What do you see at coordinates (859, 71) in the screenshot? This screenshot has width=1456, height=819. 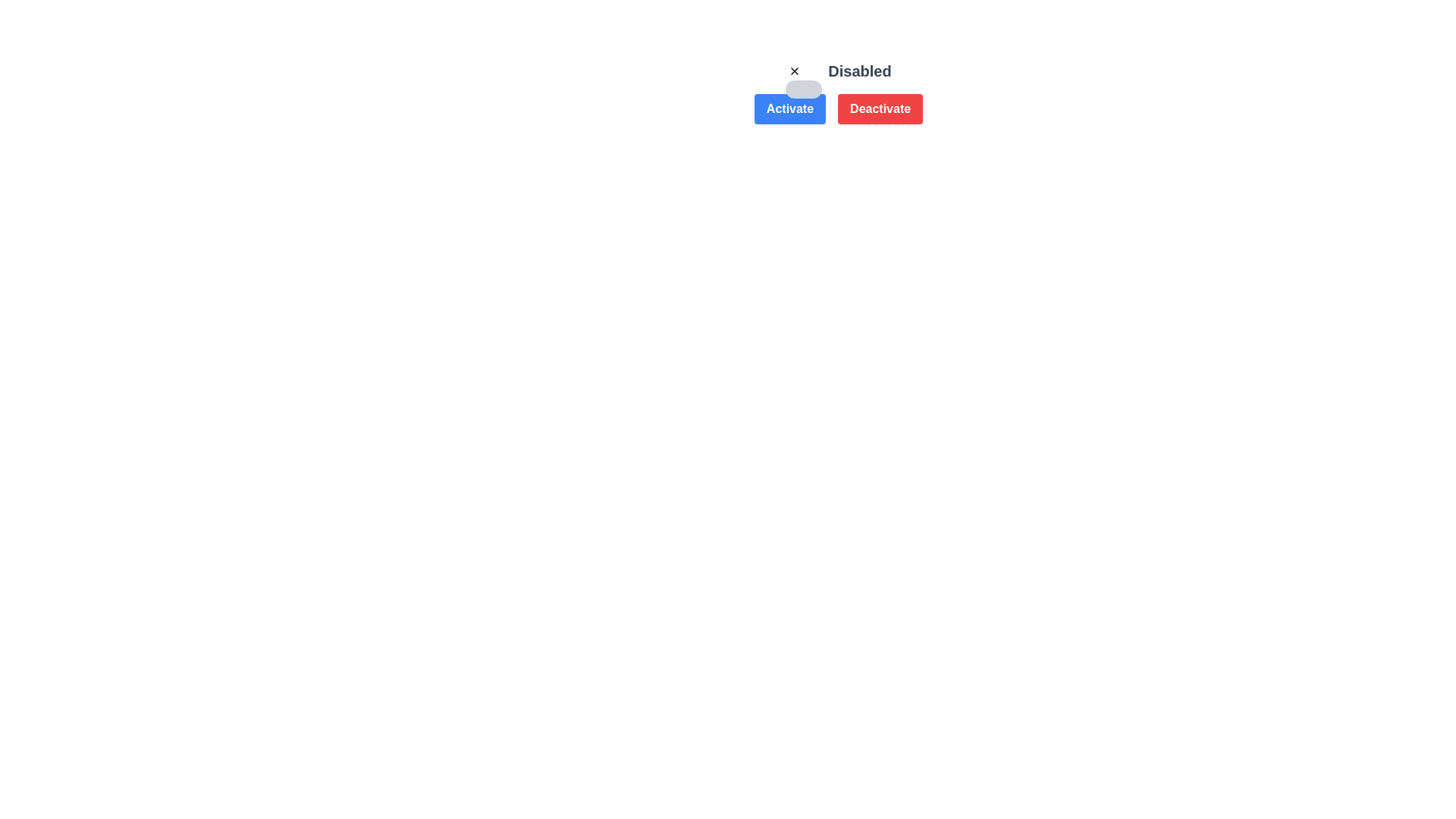 I see `the text label reading 'Disabled', which is styled in a bold, large font size and is located near the upper-right area of the interface, adjacent to a toggle switch` at bounding box center [859, 71].